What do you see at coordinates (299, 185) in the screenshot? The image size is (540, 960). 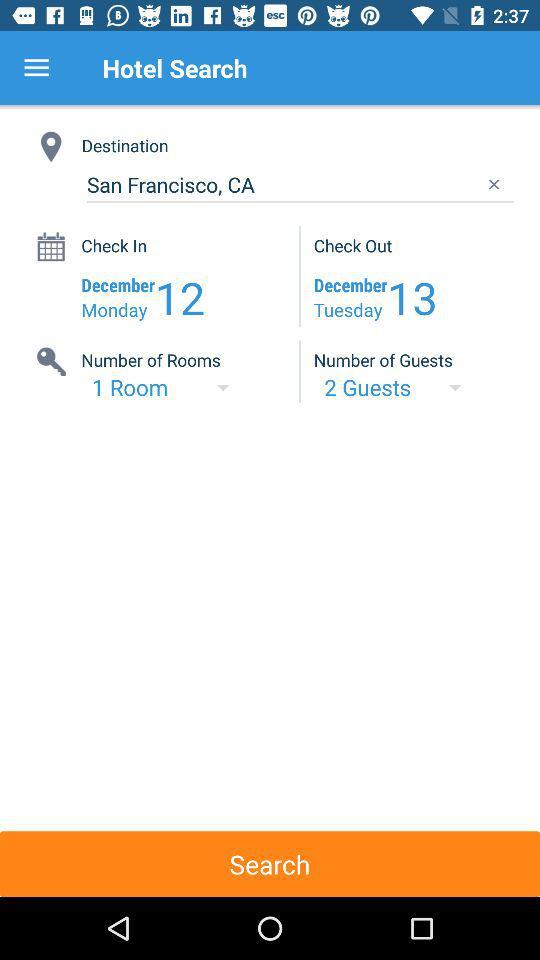 I see `icon below the destination item` at bounding box center [299, 185].